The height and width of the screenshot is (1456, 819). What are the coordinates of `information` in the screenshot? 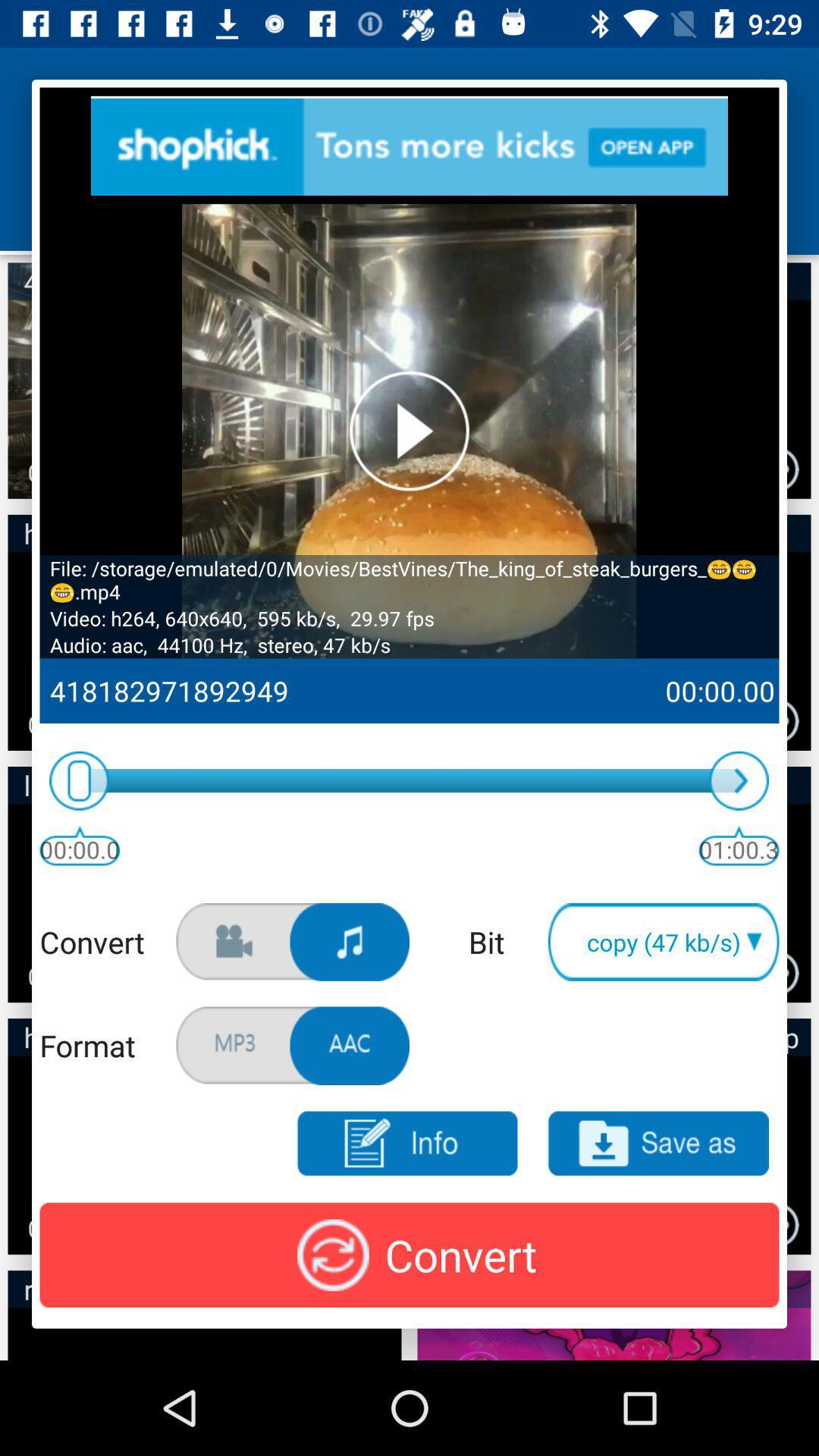 It's located at (406, 1144).